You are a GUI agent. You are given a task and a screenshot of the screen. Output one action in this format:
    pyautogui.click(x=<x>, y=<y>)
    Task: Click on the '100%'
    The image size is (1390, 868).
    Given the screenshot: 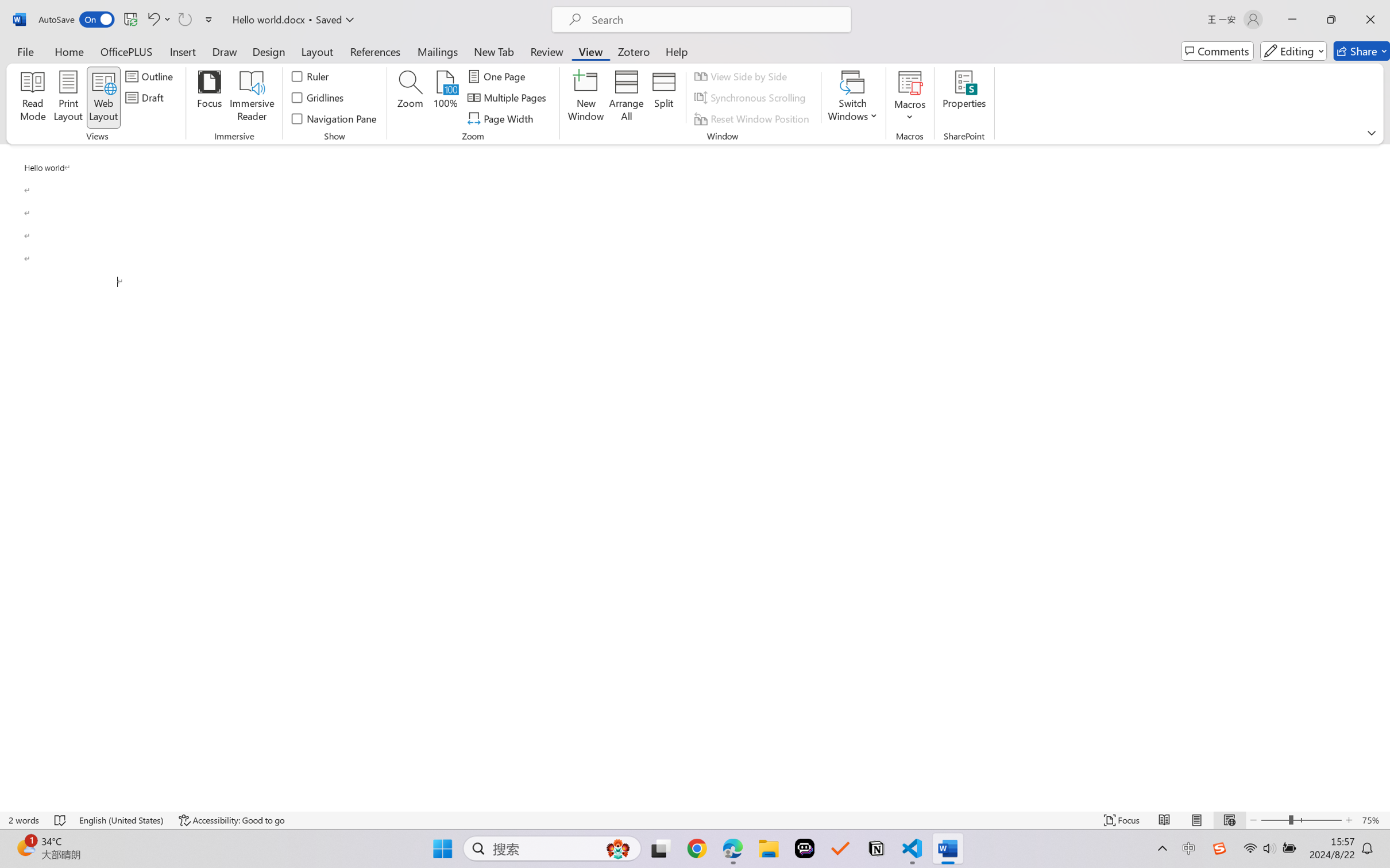 What is the action you would take?
    pyautogui.click(x=445, y=98)
    